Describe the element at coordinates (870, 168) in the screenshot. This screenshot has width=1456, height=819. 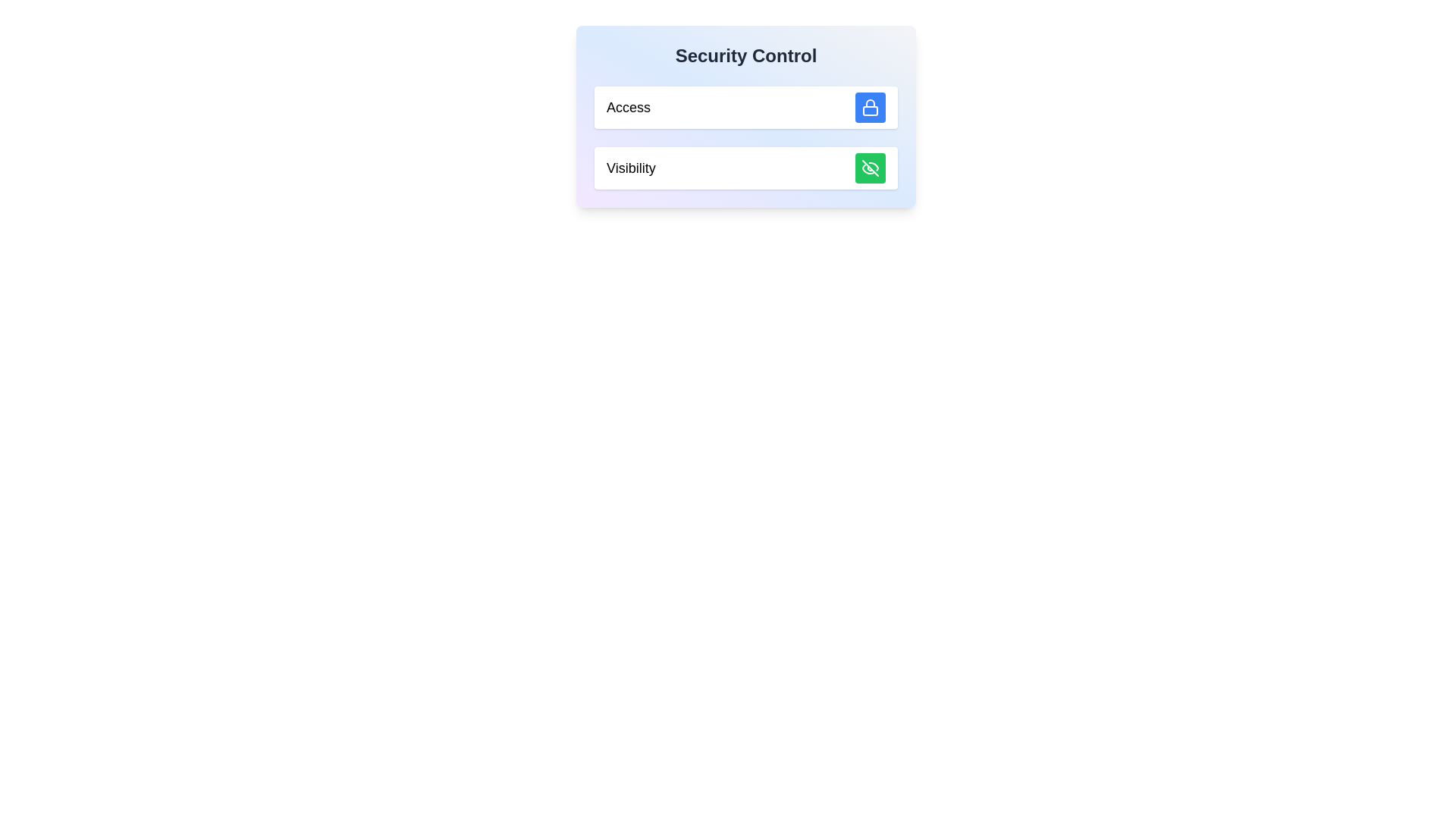
I see `the decorative icon element representing the 'eye-off' visibility toggle in the bottom-right portion of the 'Visibility' row in the 'Security Control' panel` at that location.